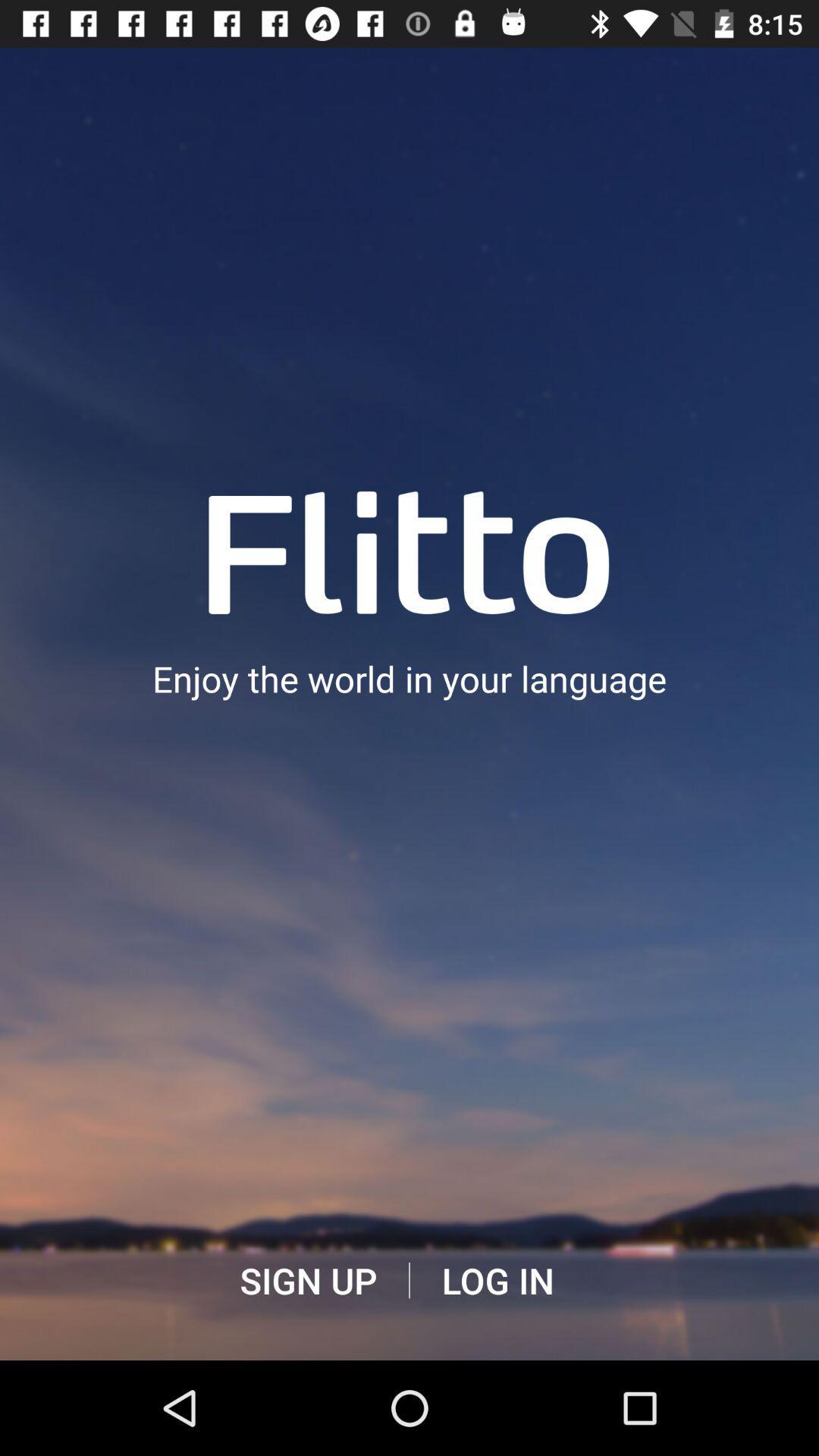 The image size is (819, 1456). What do you see at coordinates (307, 1280) in the screenshot?
I see `the sign up icon` at bounding box center [307, 1280].